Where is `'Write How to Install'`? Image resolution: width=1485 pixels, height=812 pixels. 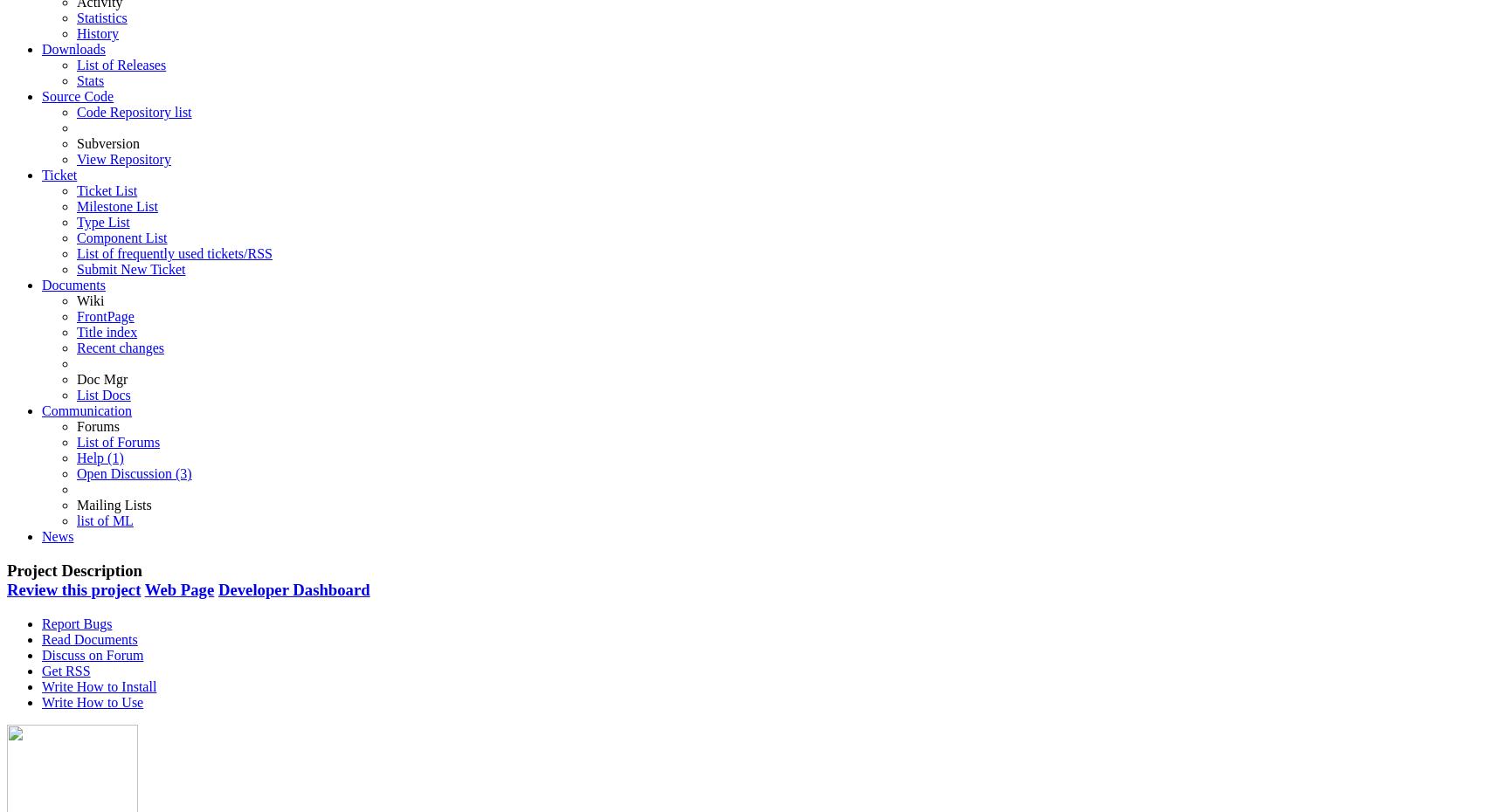 'Write How to Install' is located at coordinates (98, 685).